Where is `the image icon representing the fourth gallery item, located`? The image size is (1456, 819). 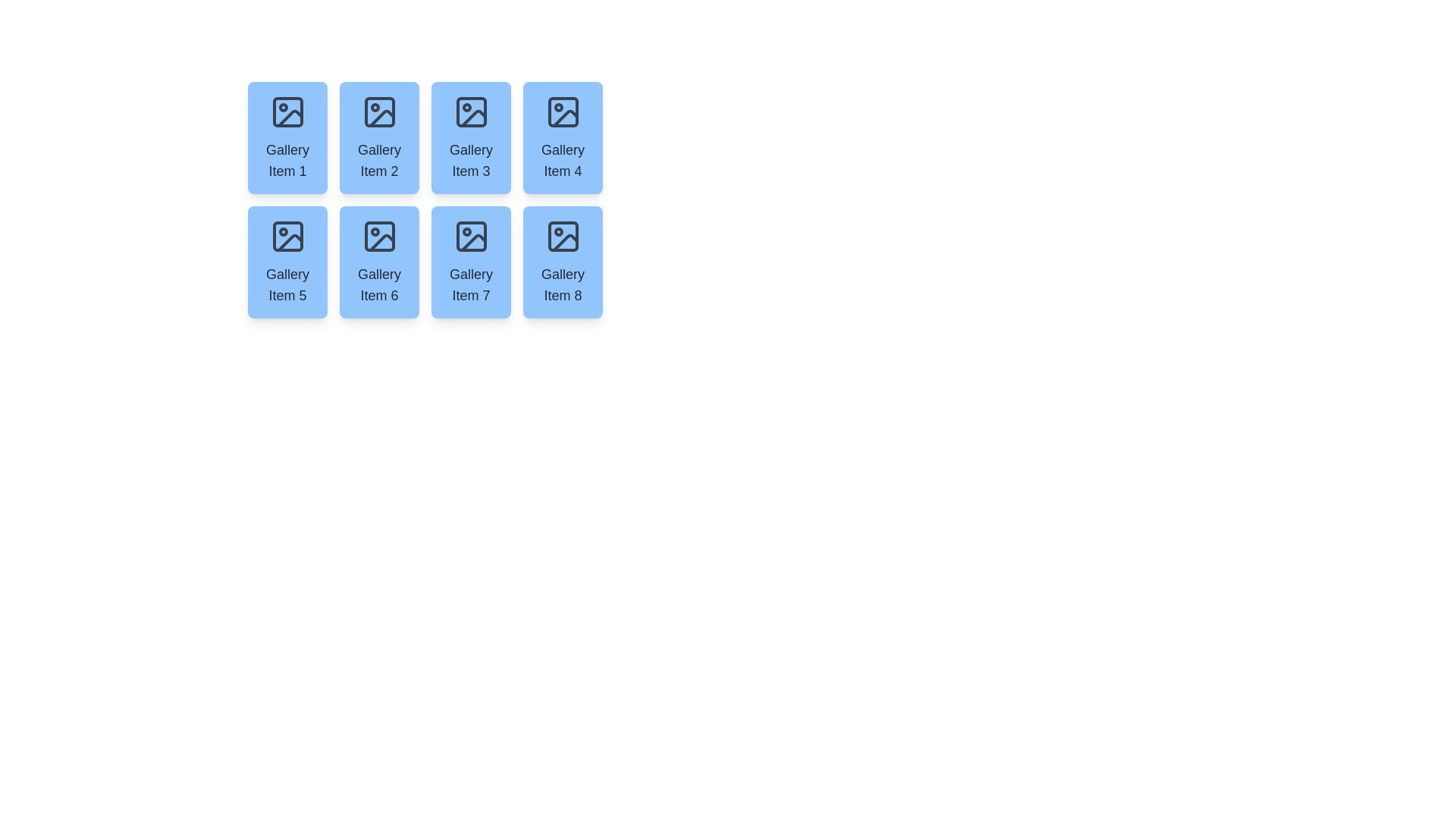
the image icon representing the fourth gallery item, located is located at coordinates (562, 111).